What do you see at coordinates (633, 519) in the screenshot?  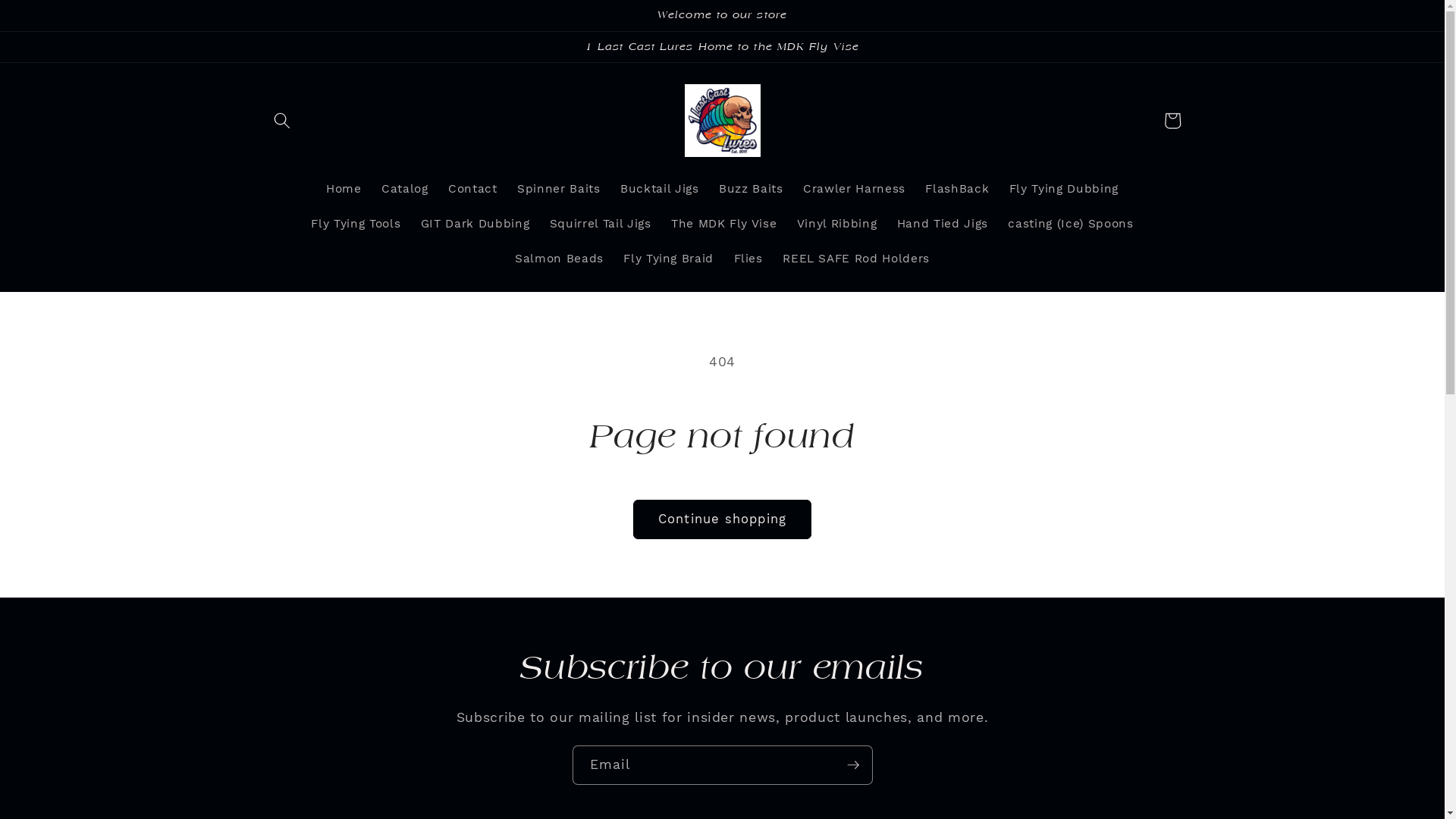 I see `'Continue shopping'` at bounding box center [633, 519].